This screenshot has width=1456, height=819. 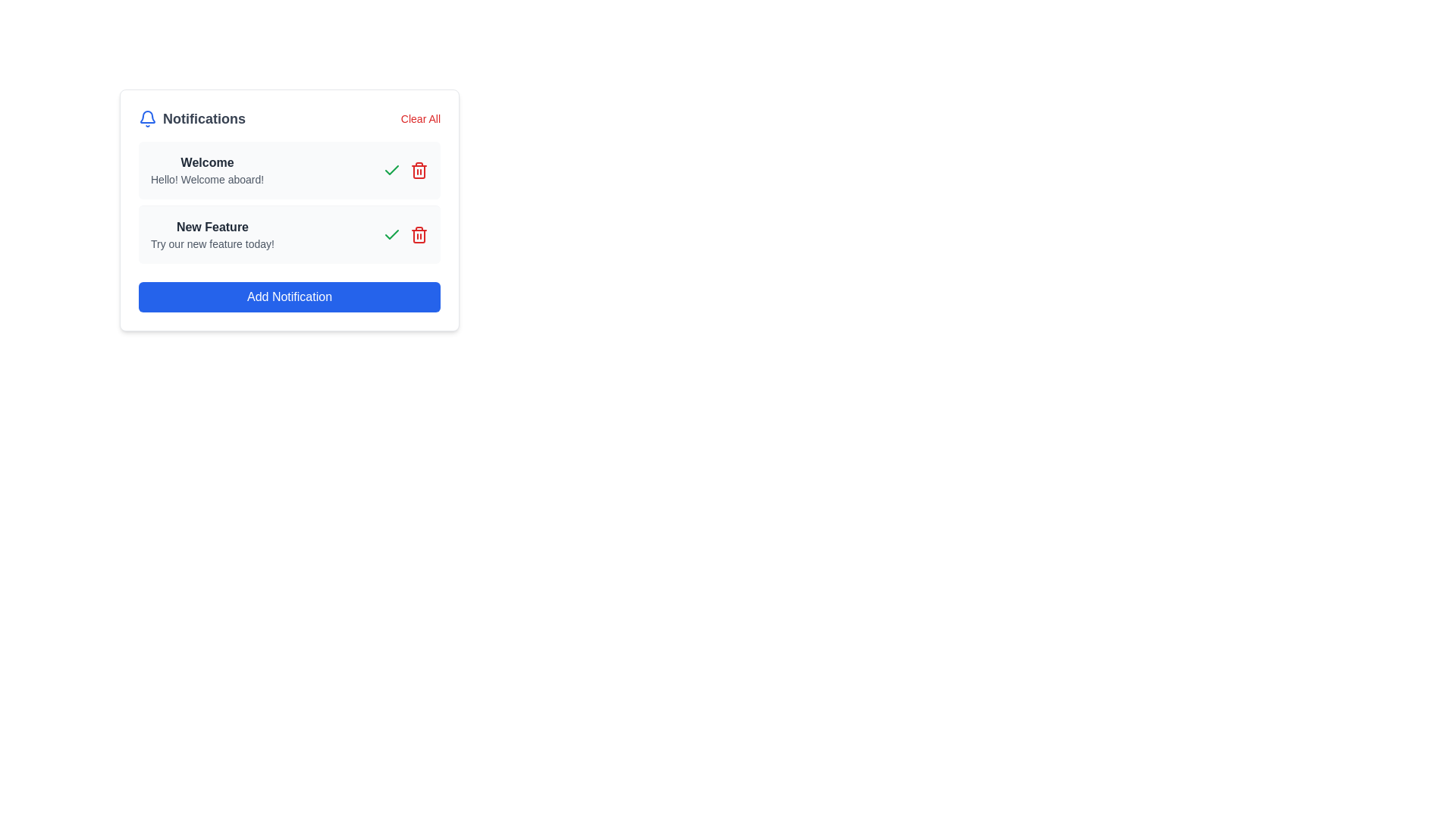 I want to click on the small green checkmark icon located within the 'Welcome' notification to mark it as read or confirmed, so click(x=392, y=234).